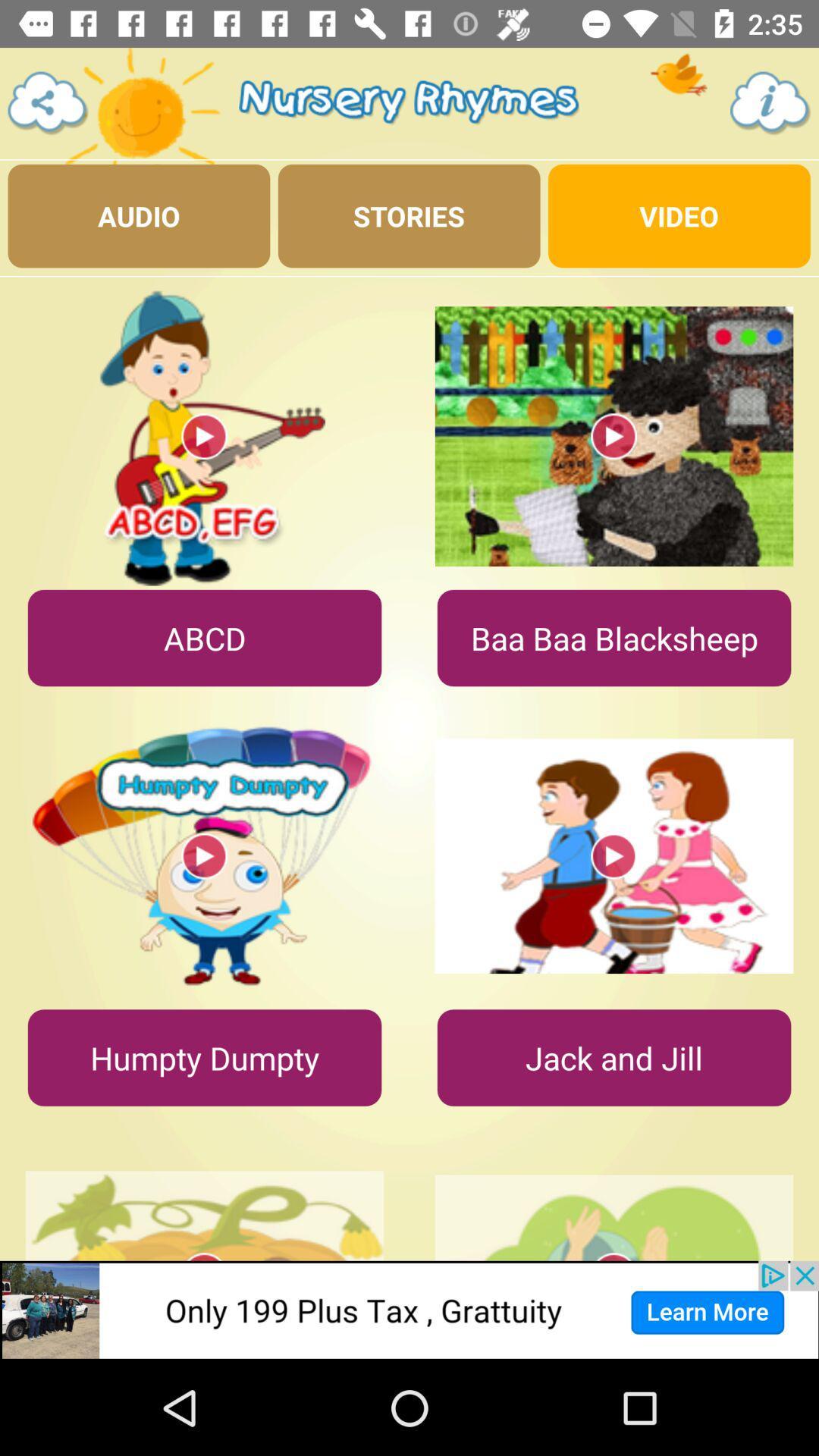 The width and height of the screenshot is (819, 1456). I want to click on advertisement, so click(409, 1310).